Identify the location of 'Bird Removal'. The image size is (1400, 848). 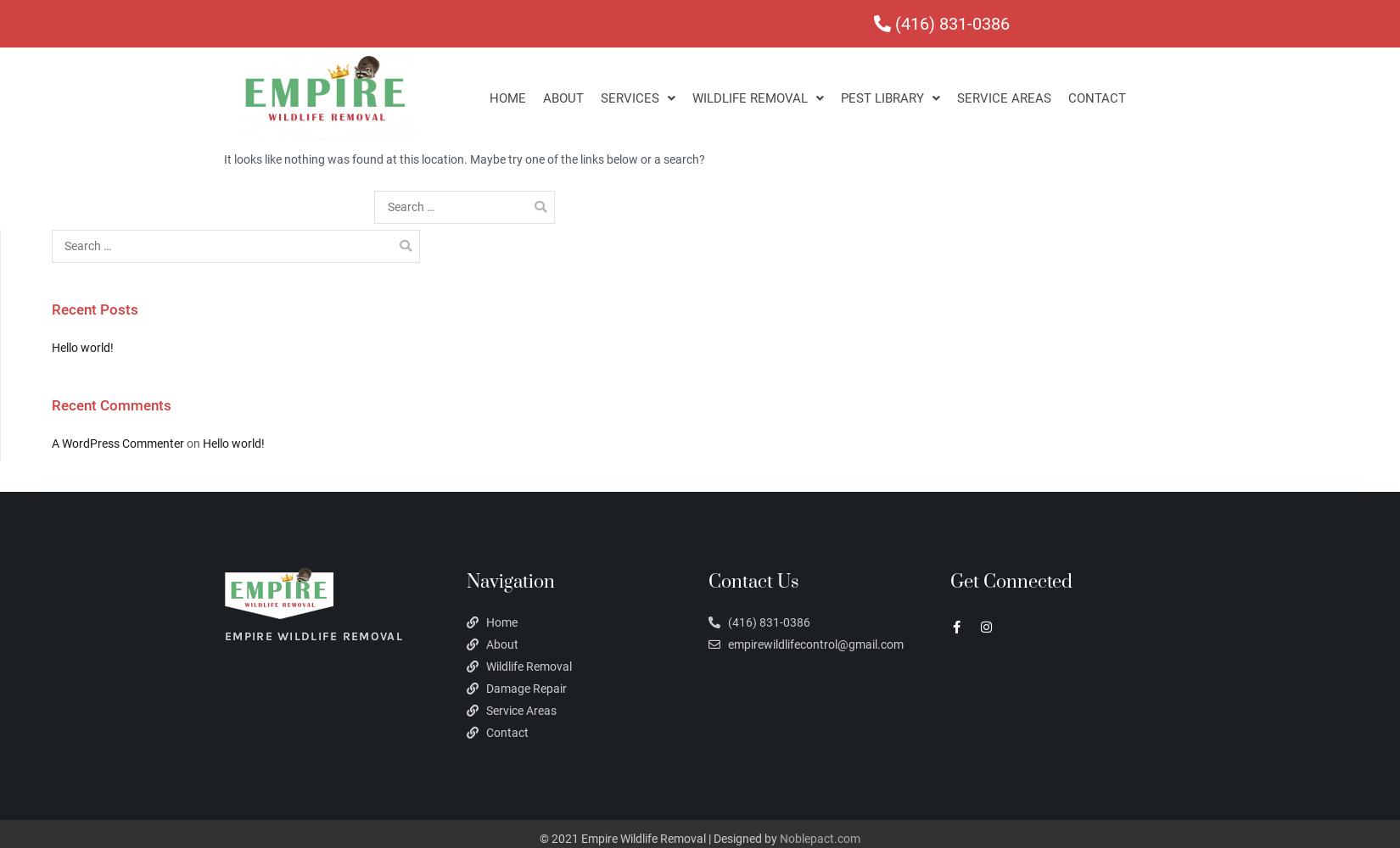
(753, 253).